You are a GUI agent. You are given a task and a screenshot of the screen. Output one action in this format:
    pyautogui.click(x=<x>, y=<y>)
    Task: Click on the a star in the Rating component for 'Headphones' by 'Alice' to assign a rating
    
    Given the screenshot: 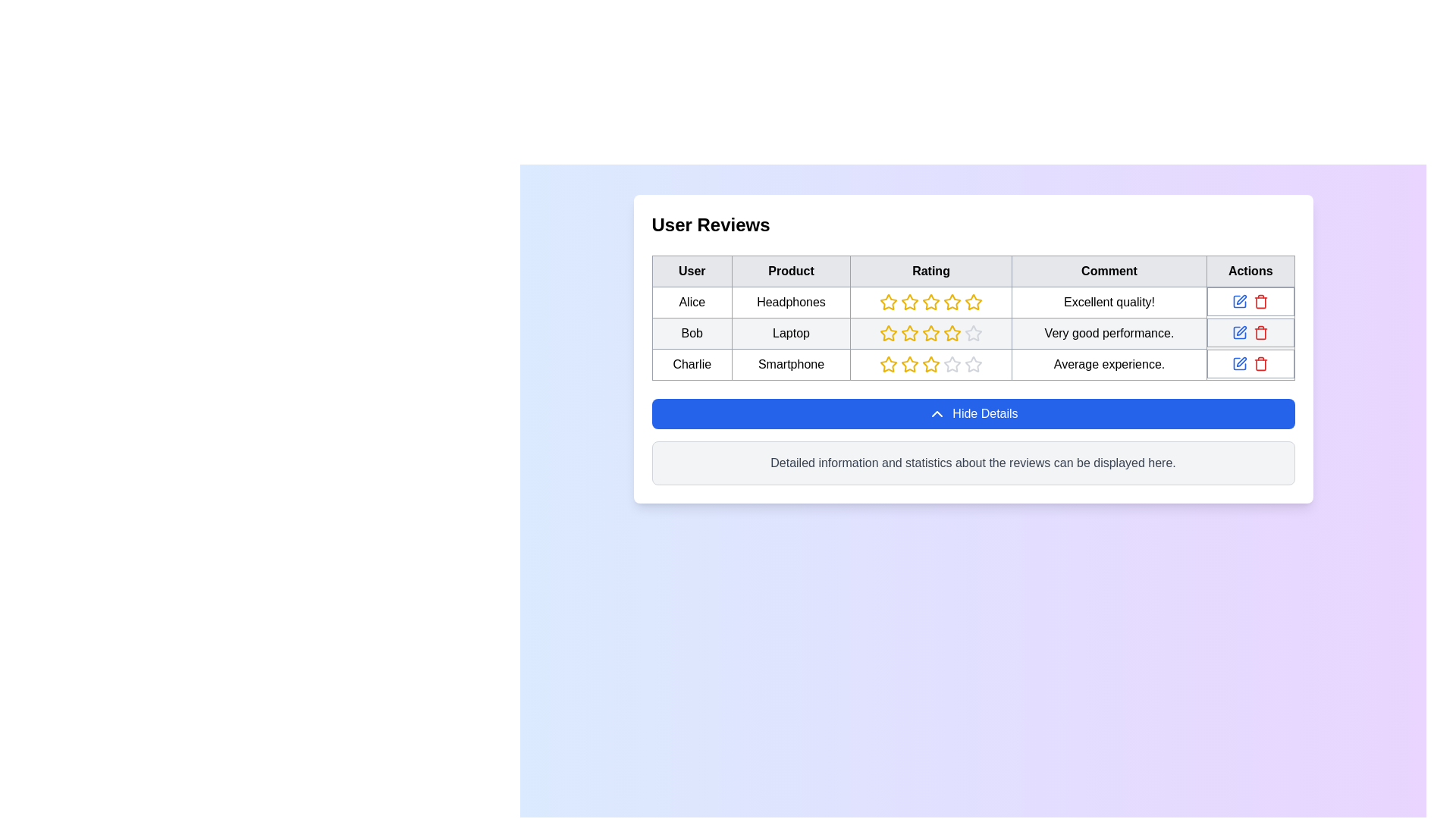 What is the action you would take?
    pyautogui.click(x=930, y=302)
    